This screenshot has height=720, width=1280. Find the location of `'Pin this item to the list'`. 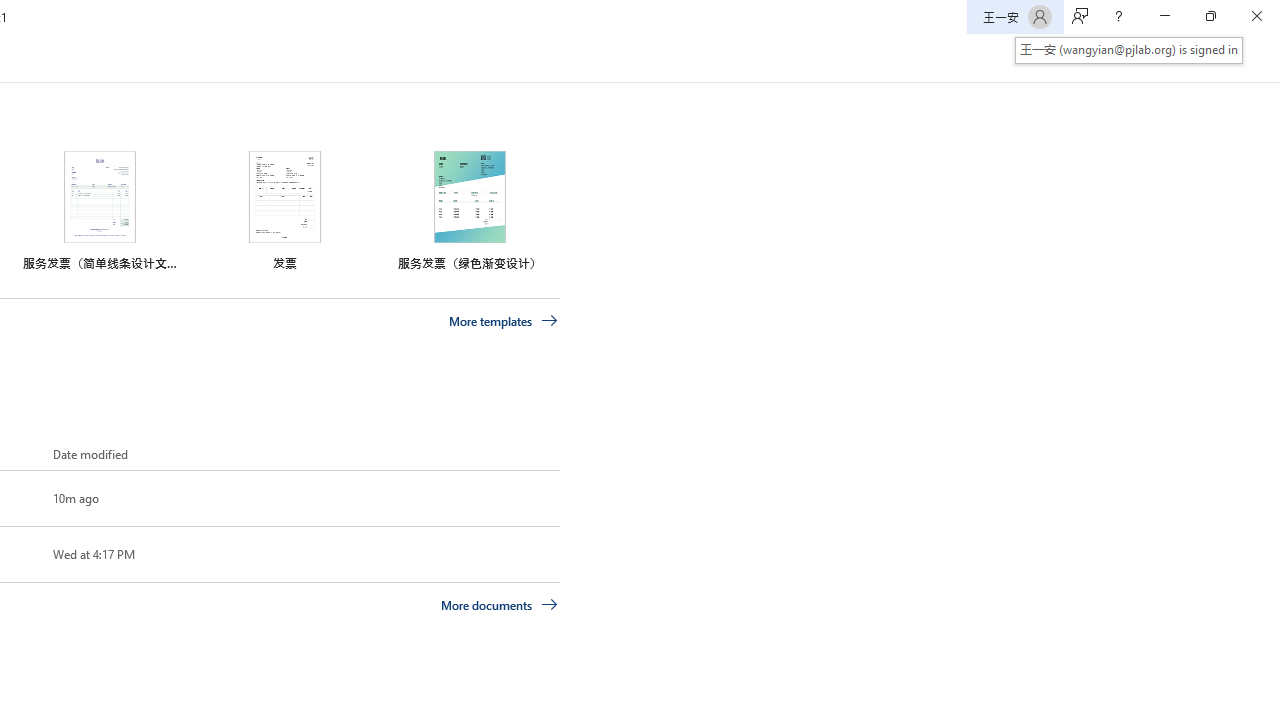

'Pin this item to the list' is located at coordinates (21, 554).